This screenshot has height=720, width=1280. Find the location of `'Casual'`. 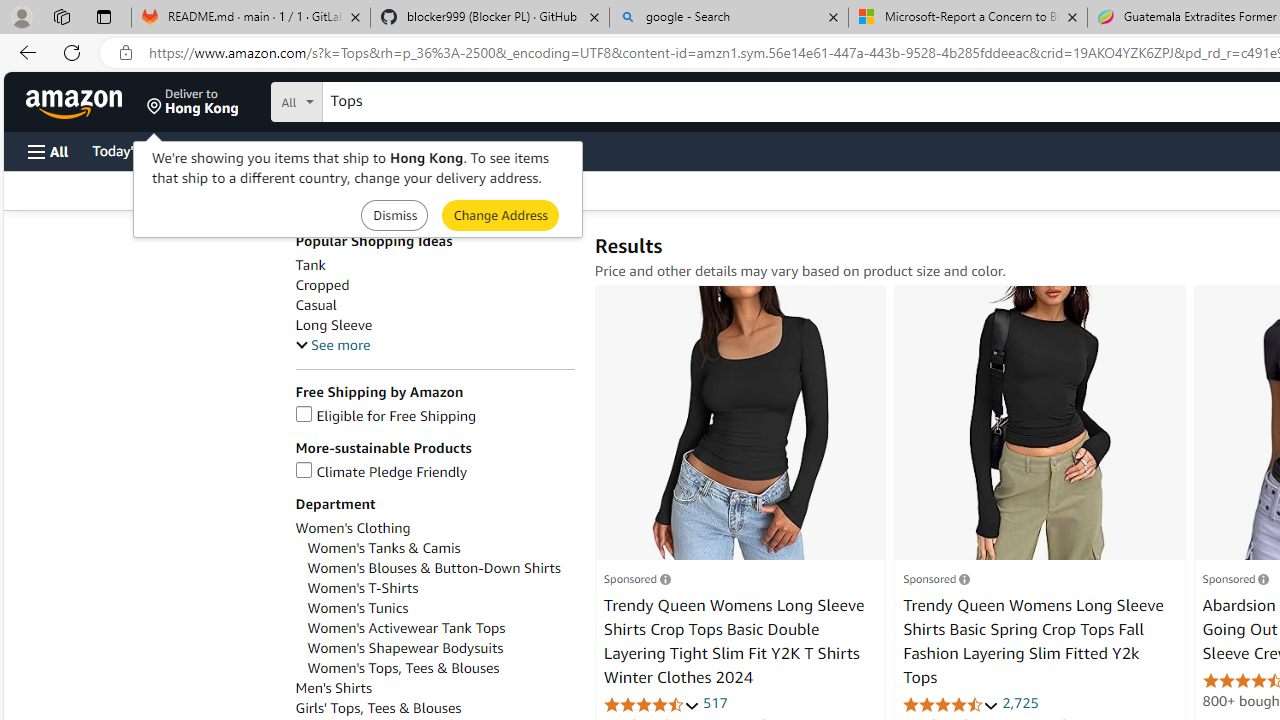

'Casual' is located at coordinates (433, 305).